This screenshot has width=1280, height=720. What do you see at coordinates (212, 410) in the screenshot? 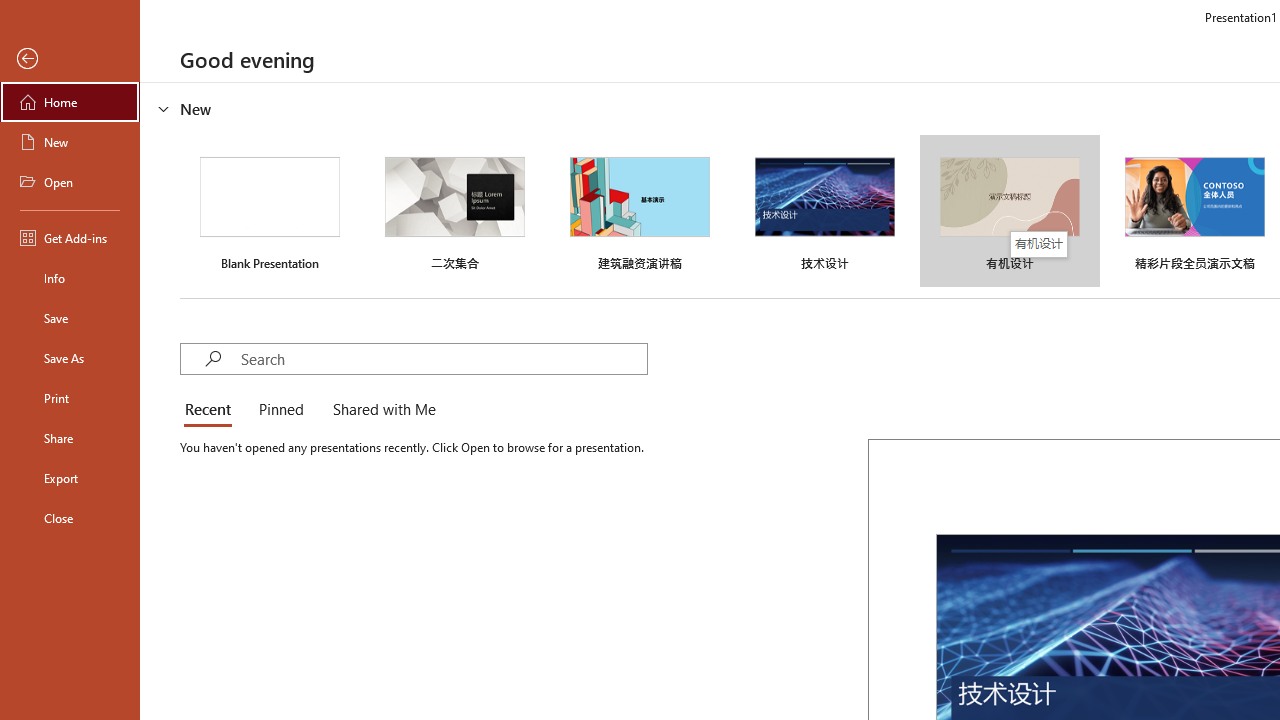
I see `'Recent'` at bounding box center [212, 410].